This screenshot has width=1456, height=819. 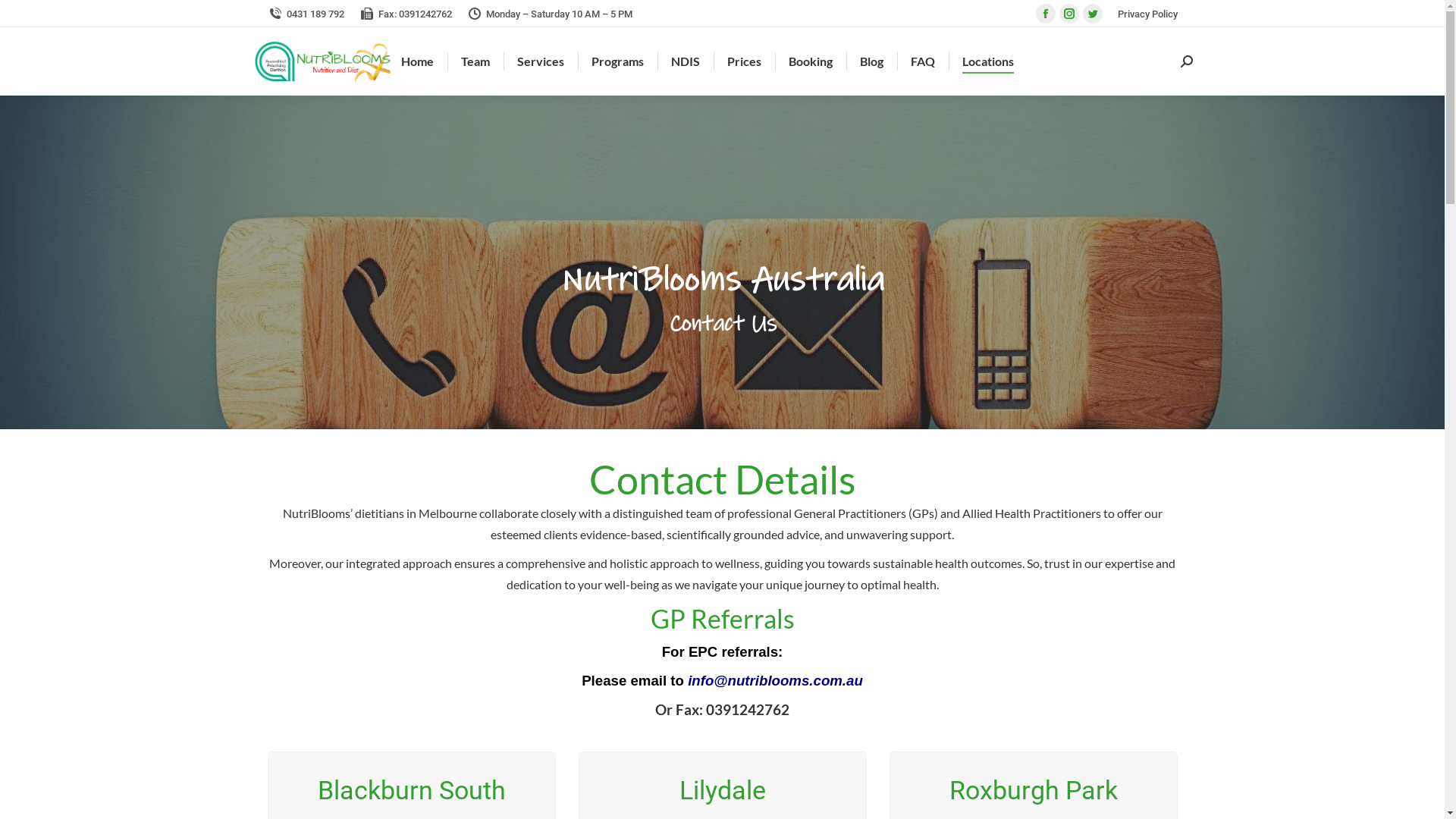 What do you see at coordinates (1068, 14) in the screenshot?
I see `'Instagram page opens in new window'` at bounding box center [1068, 14].